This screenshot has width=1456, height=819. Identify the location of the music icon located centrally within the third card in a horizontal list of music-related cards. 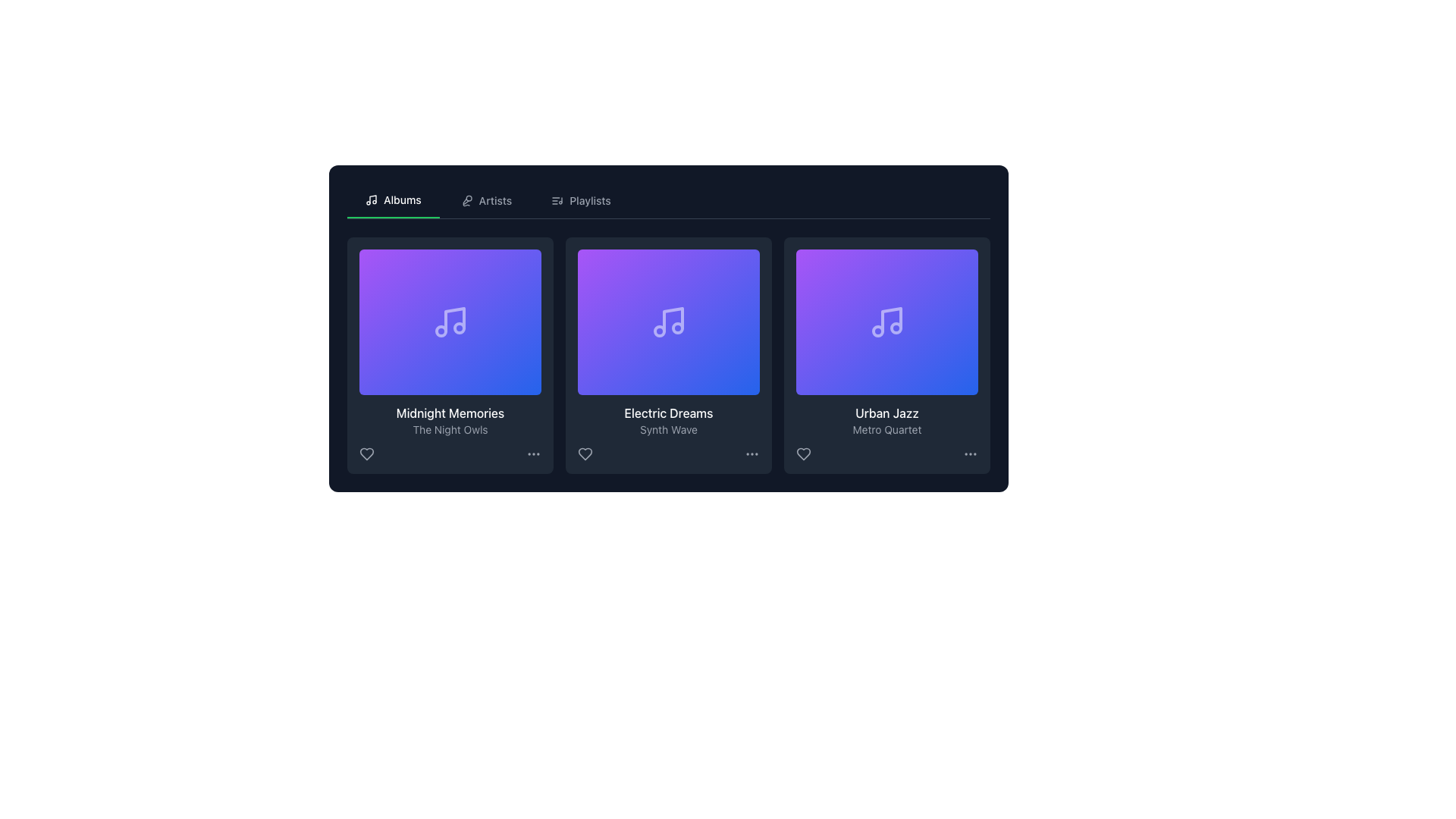
(887, 321).